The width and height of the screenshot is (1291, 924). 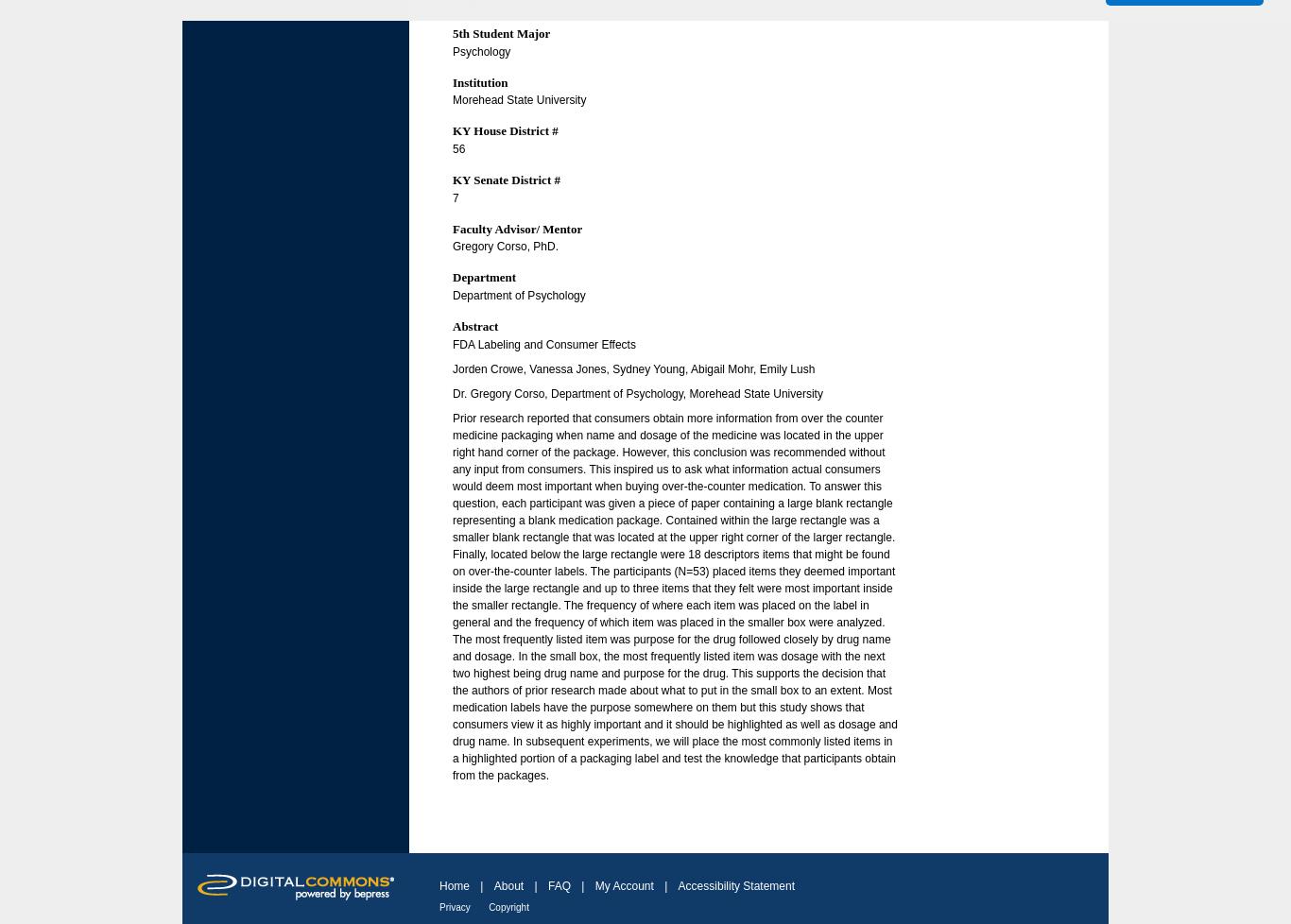 I want to click on 'FDA Labeling and Consumer Effects', so click(x=542, y=343).